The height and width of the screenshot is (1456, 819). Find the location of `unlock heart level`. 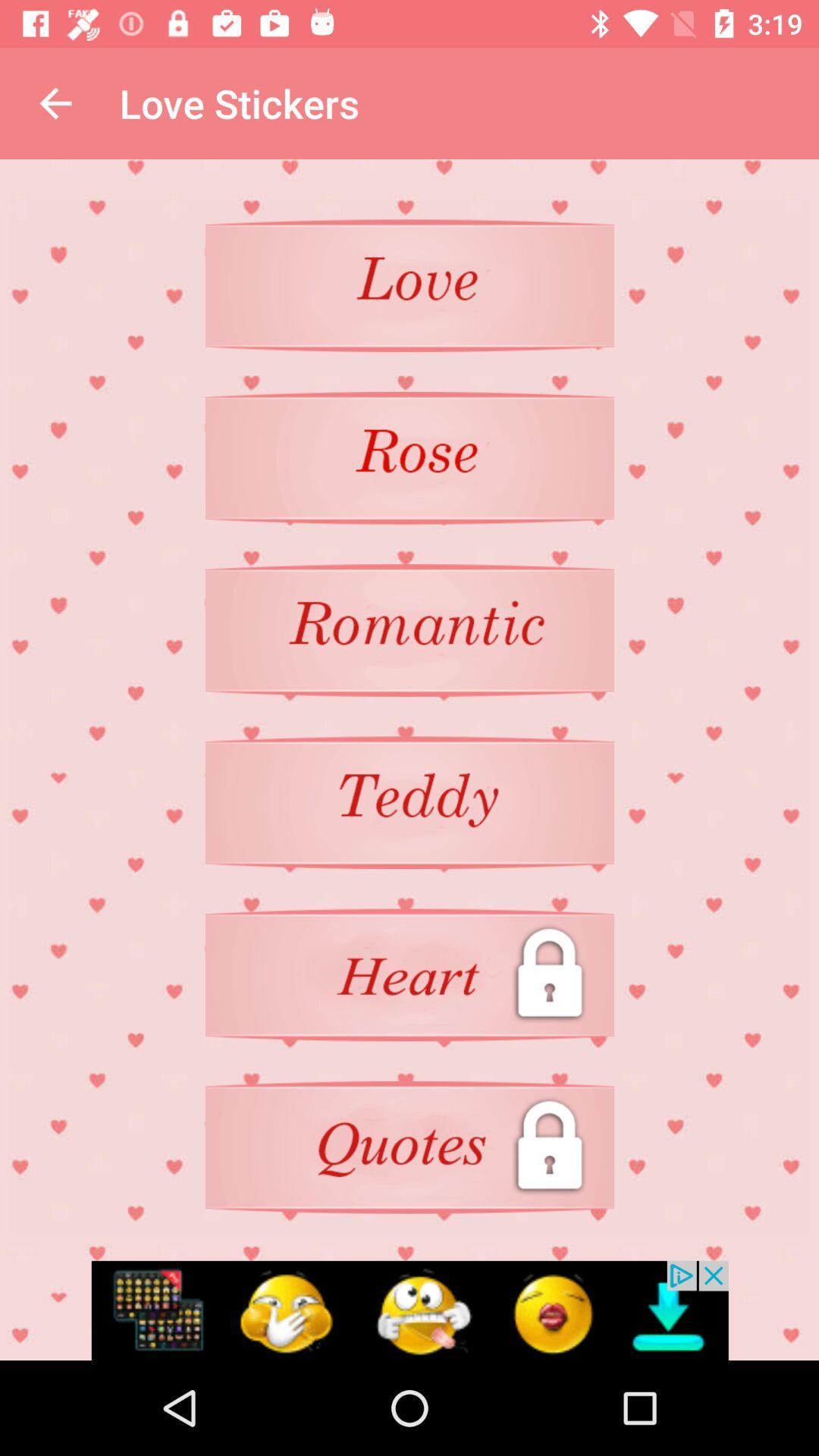

unlock heart level is located at coordinates (409, 974).